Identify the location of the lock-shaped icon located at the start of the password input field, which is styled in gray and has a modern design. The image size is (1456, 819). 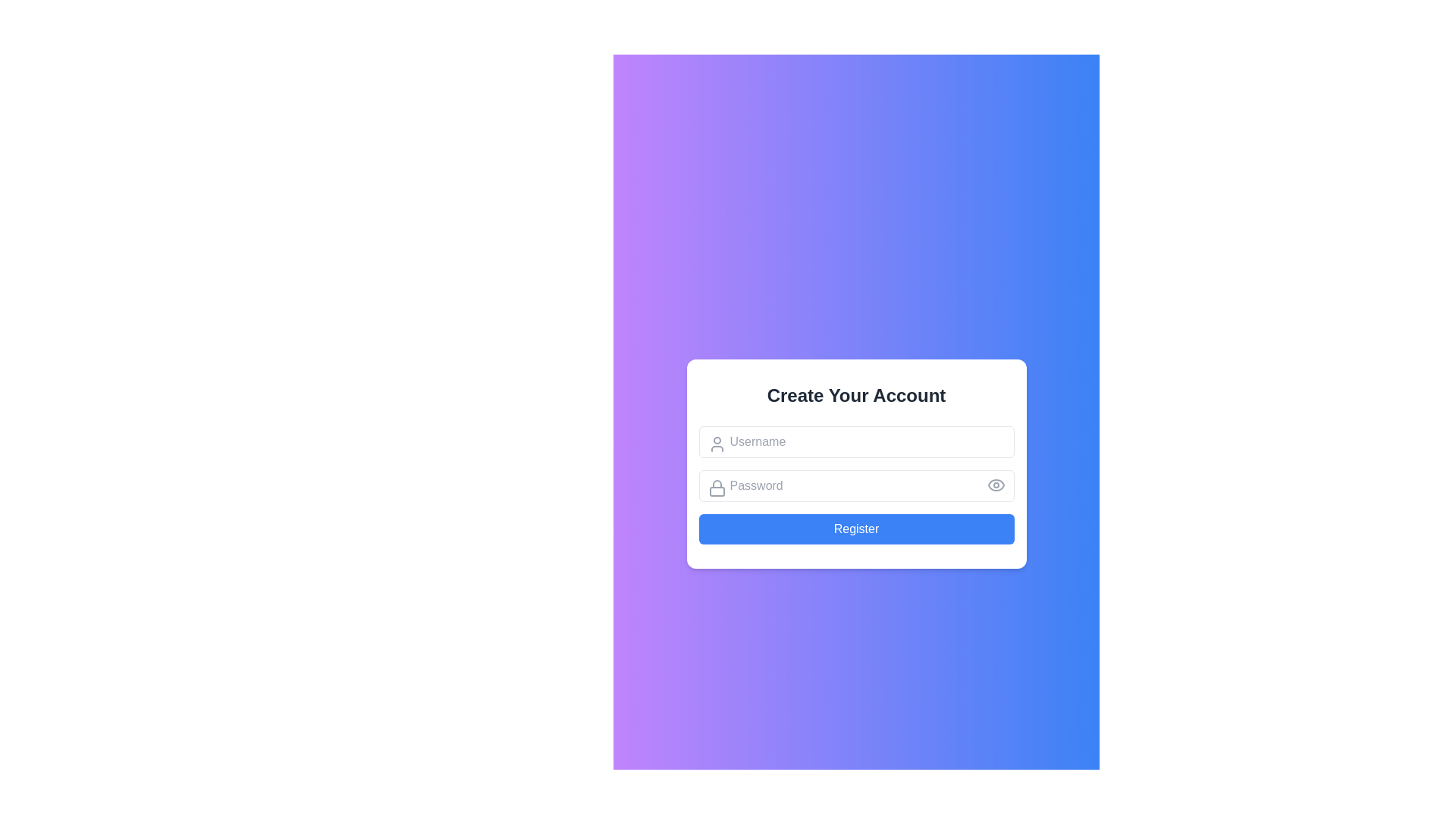
(716, 488).